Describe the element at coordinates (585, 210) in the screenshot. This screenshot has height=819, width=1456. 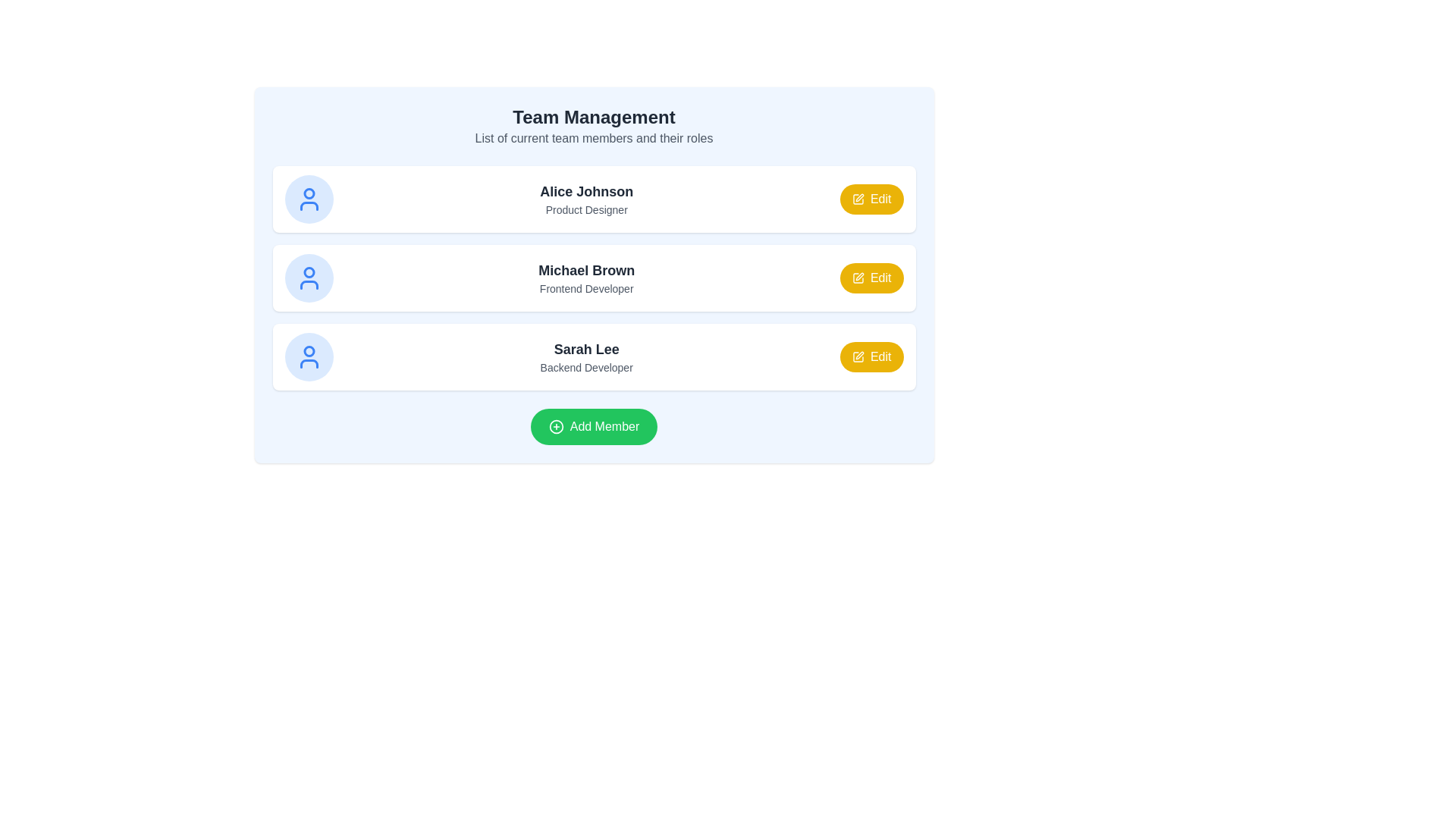
I see `the text label that identifies the job title of 'Alice Johnson' within the first user card in the list` at that location.